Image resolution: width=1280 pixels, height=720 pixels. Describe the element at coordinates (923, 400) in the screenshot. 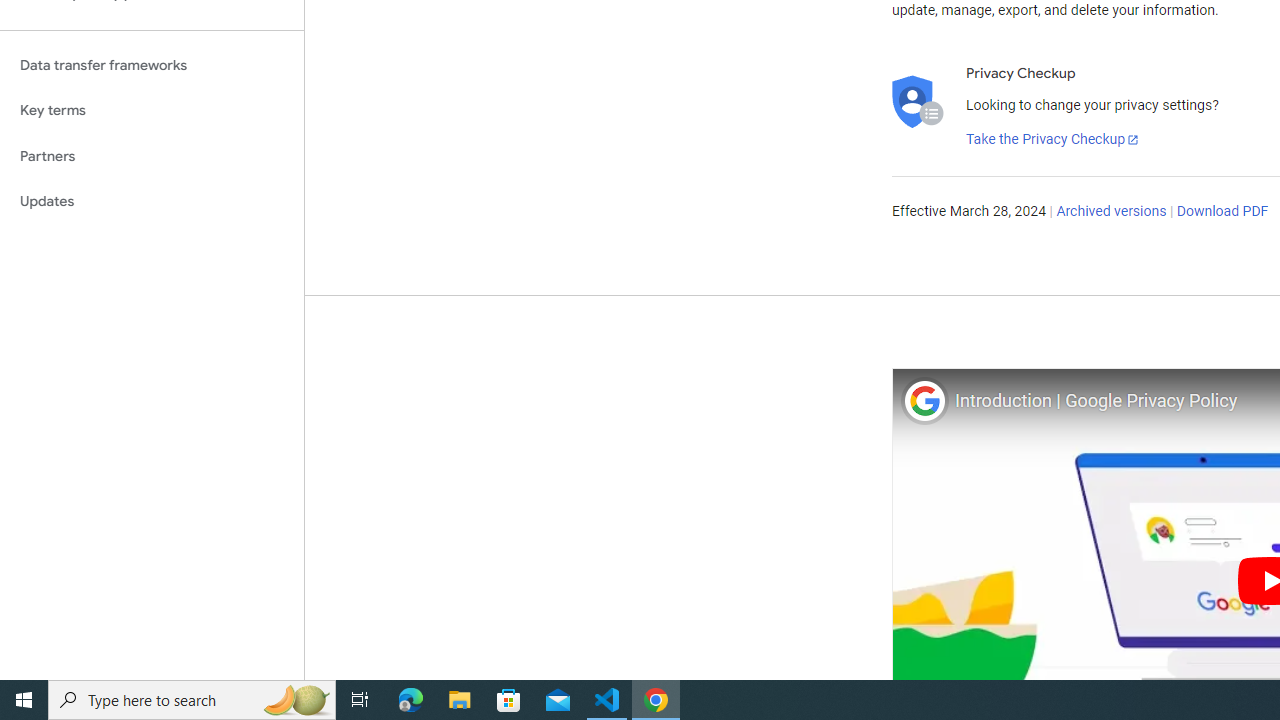

I see `'Photo image of Google'` at that location.